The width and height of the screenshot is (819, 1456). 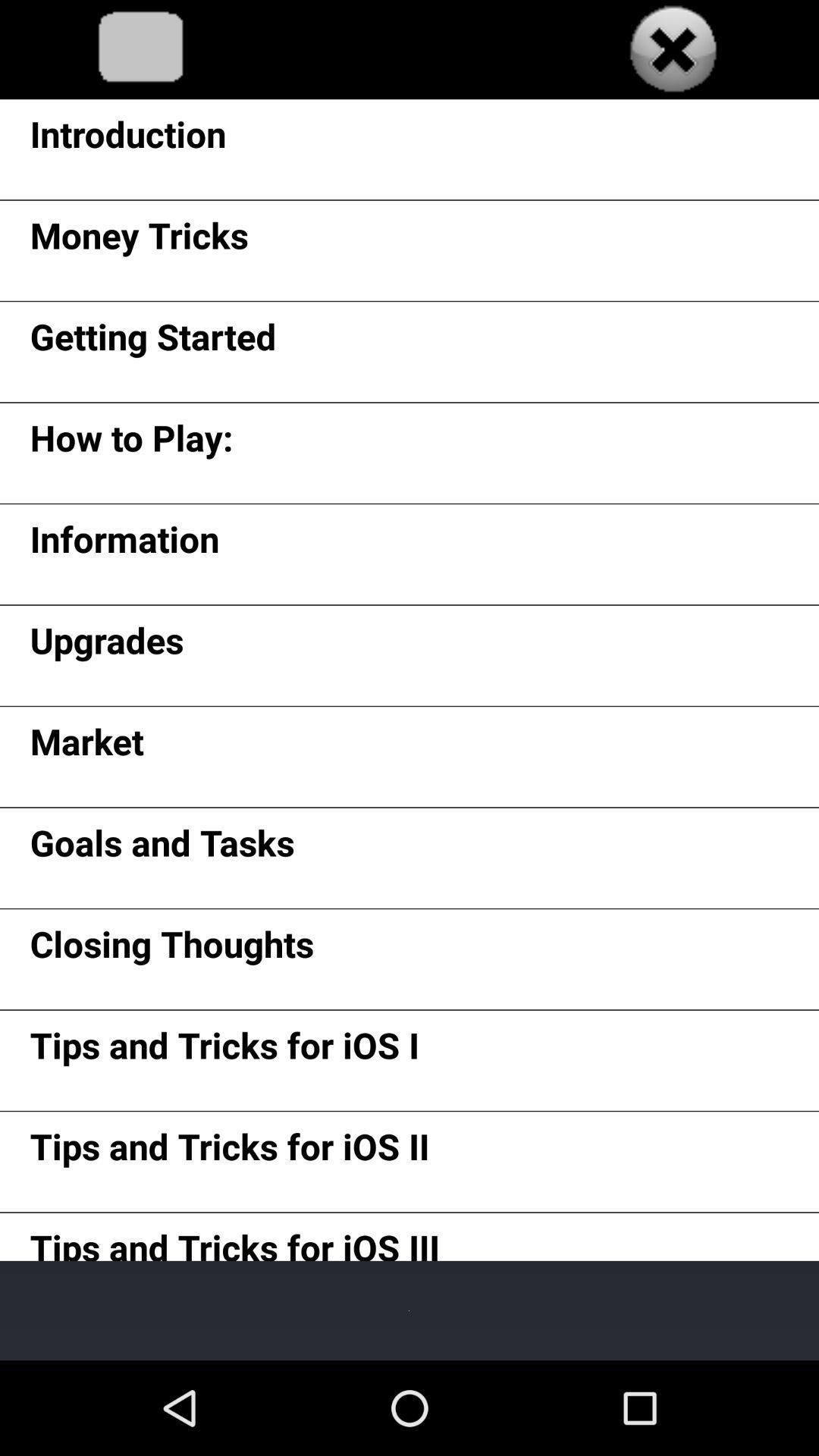 What do you see at coordinates (153, 341) in the screenshot?
I see `getting started item` at bounding box center [153, 341].